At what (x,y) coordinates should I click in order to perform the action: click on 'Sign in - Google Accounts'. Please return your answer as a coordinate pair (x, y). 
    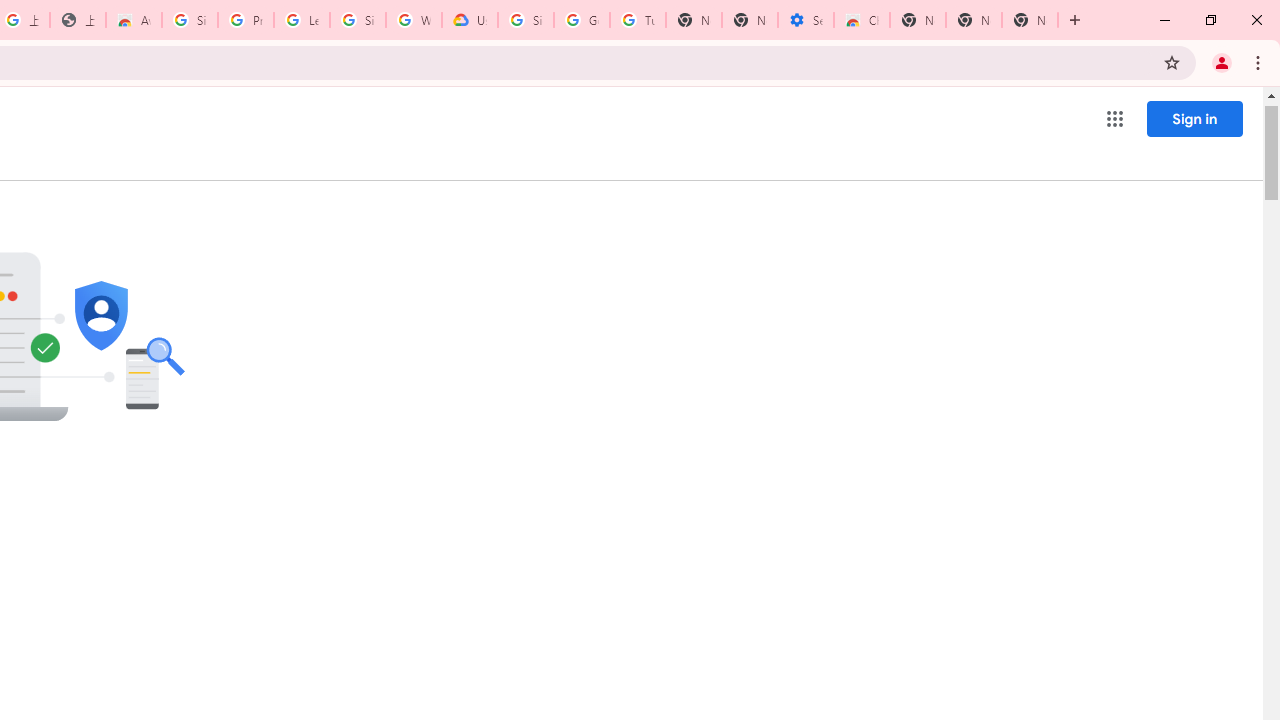
    Looking at the image, I should click on (190, 20).